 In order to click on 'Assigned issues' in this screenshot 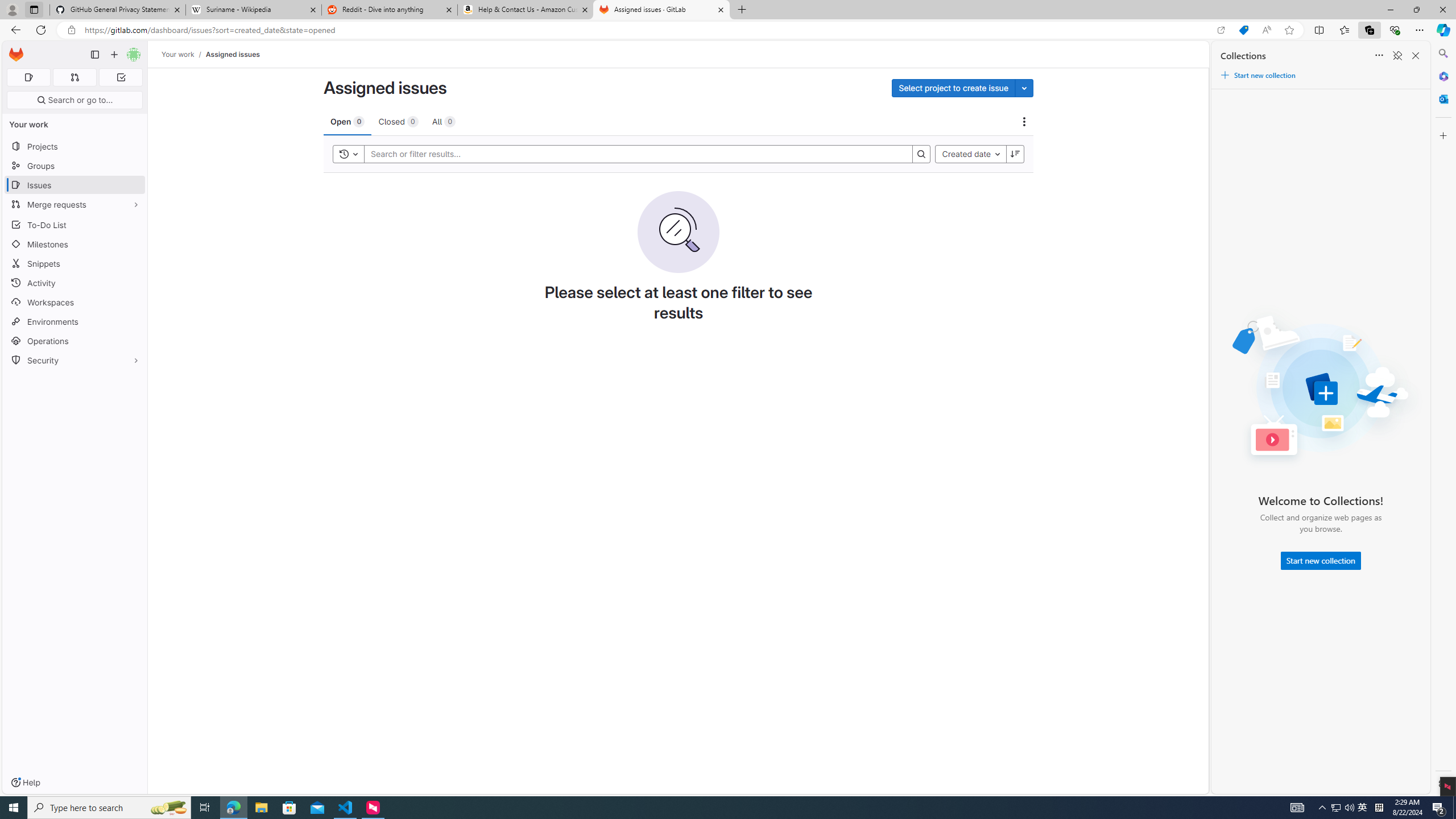, I will do `click(232, 54)`.